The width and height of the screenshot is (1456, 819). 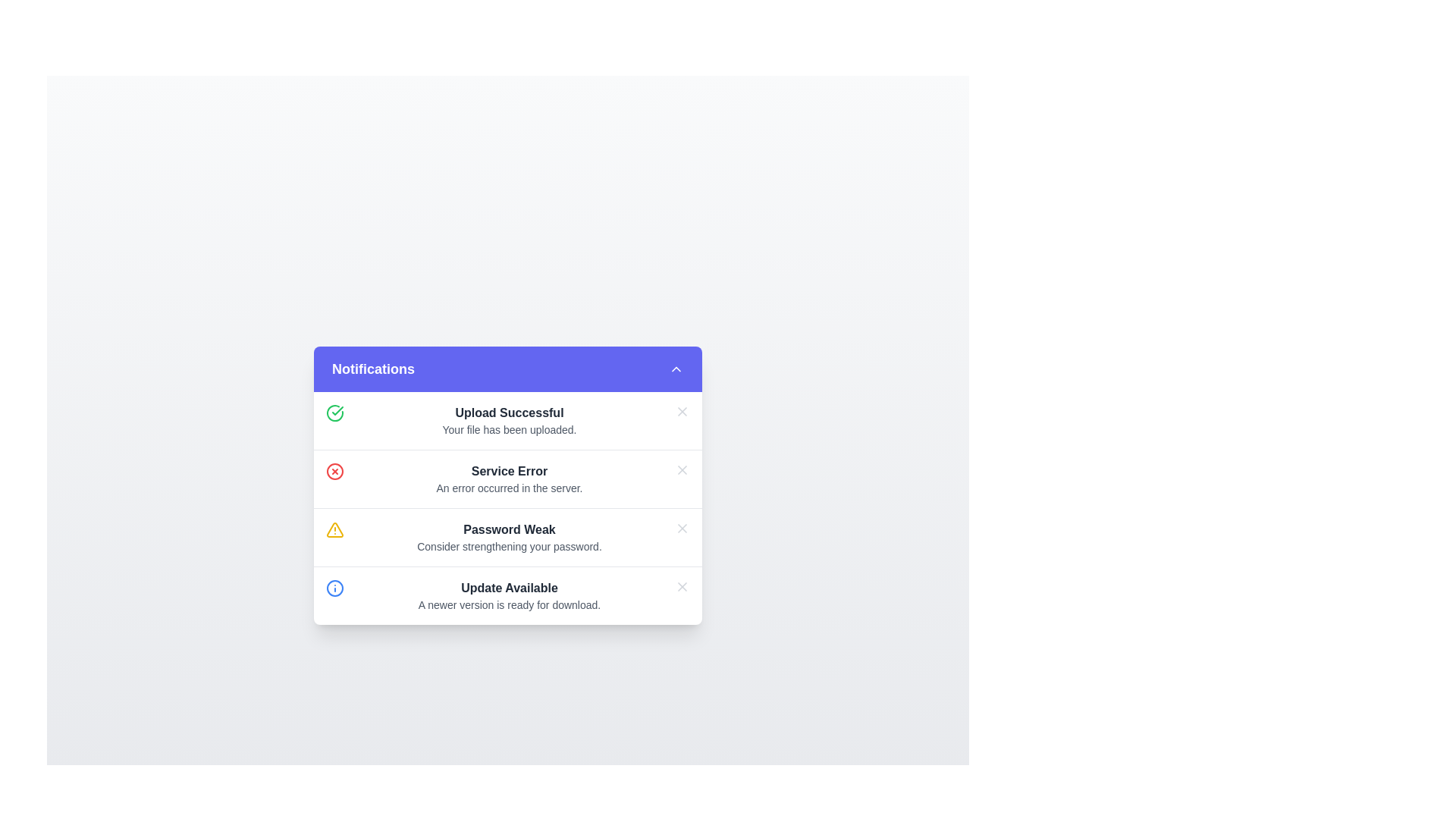 What do you see at coordinates (508, 479) in the screenshot?
I see `title and description of the Notification message indicating a server error, which is the second notification in the Notifications card` at bounding box center [508, 479].